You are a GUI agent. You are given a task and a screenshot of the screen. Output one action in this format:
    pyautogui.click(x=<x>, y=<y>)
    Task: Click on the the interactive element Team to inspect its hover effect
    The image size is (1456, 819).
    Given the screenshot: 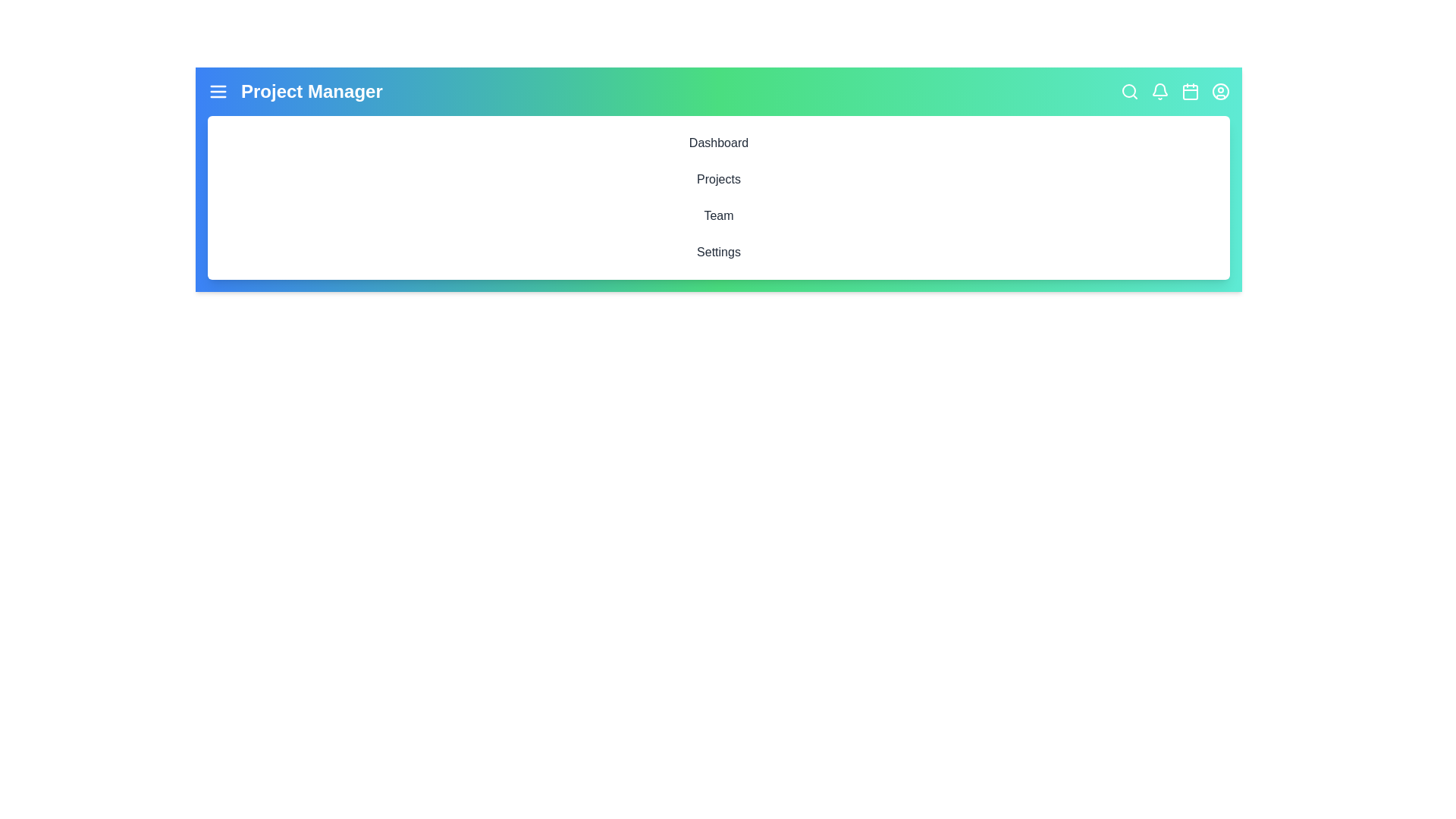 What is the action you would take?
    pyautogui.click(x=718, y=216)
    